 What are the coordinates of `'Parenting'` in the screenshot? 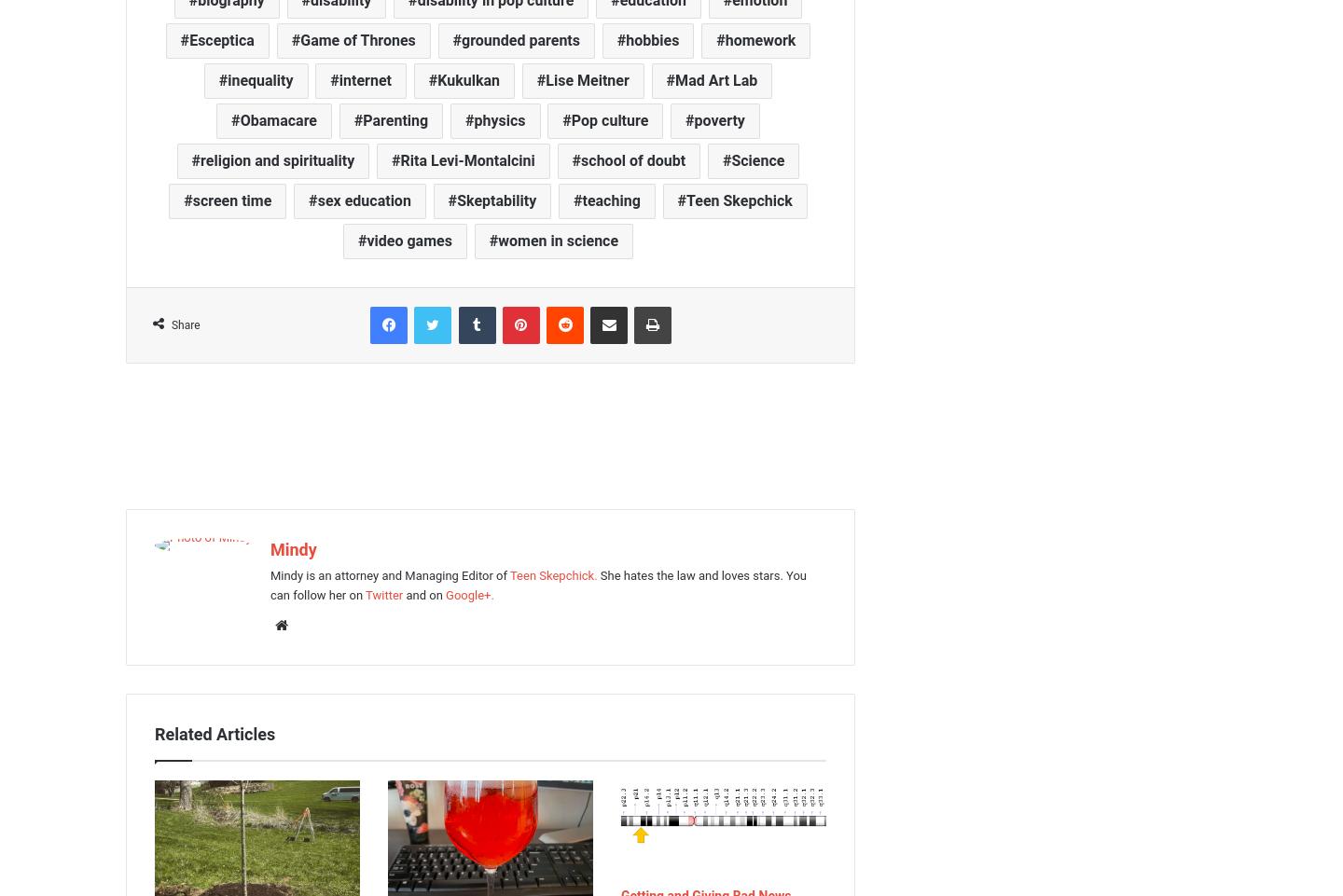 It's located at (395, 118).